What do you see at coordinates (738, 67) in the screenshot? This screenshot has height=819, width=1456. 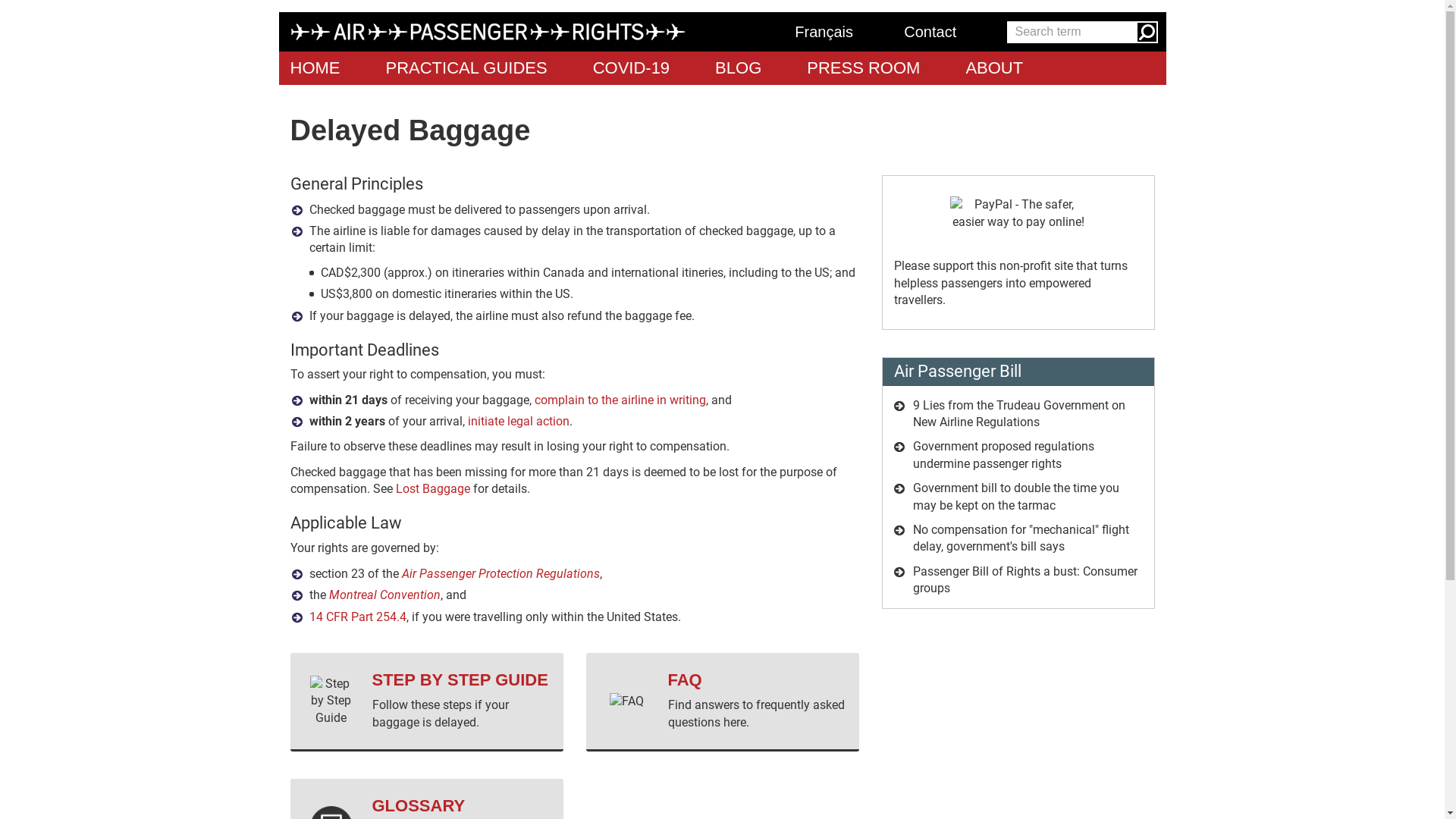 I see `'BLOG'` at bounding box center [738, 67].